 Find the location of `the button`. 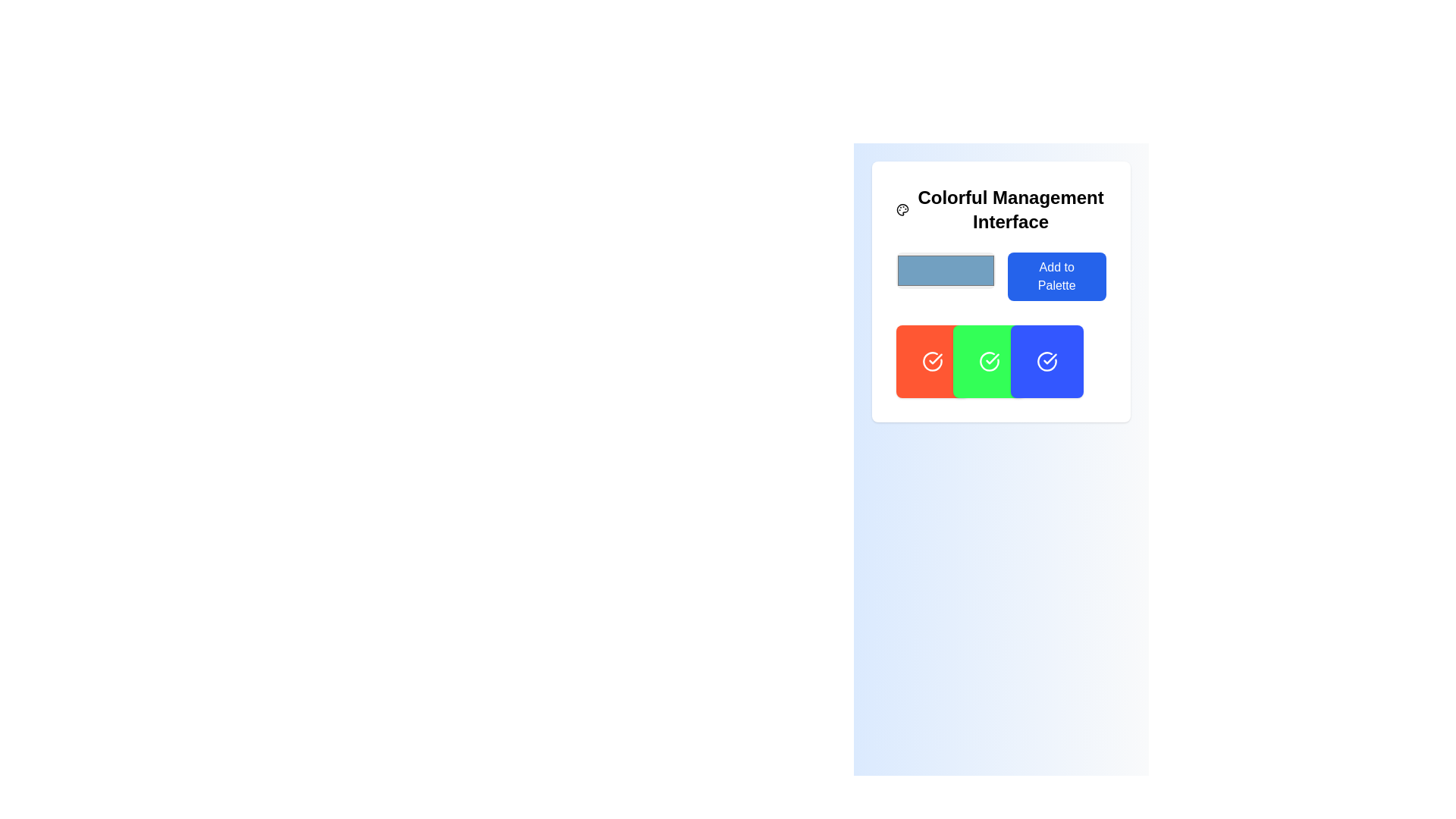

the button is located at coordinates (1056, 277).